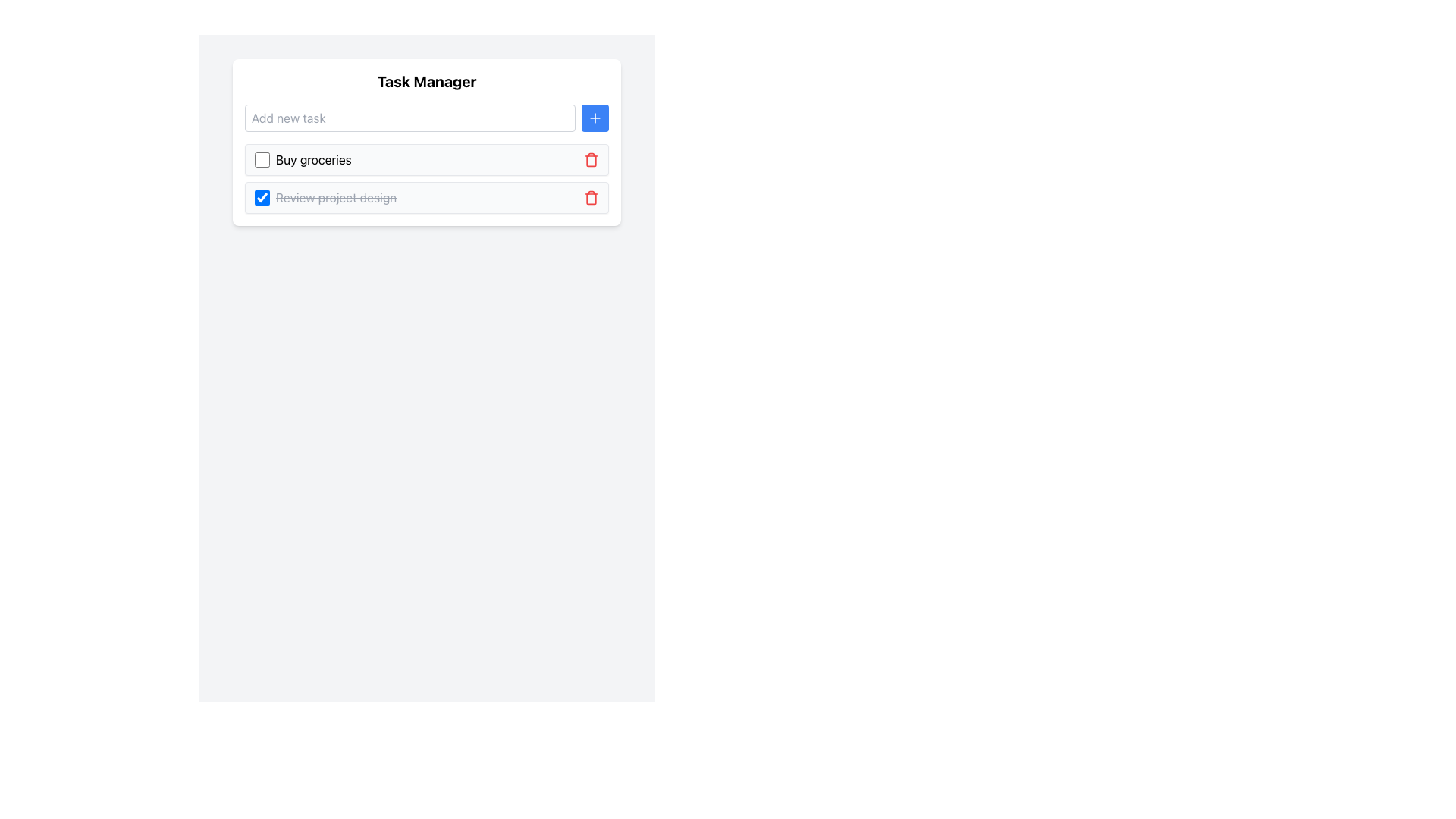 This screenshot has width=1456, height=819. I want to click on the delete icon for the 'Buy groceries' task, so click(590, 161).